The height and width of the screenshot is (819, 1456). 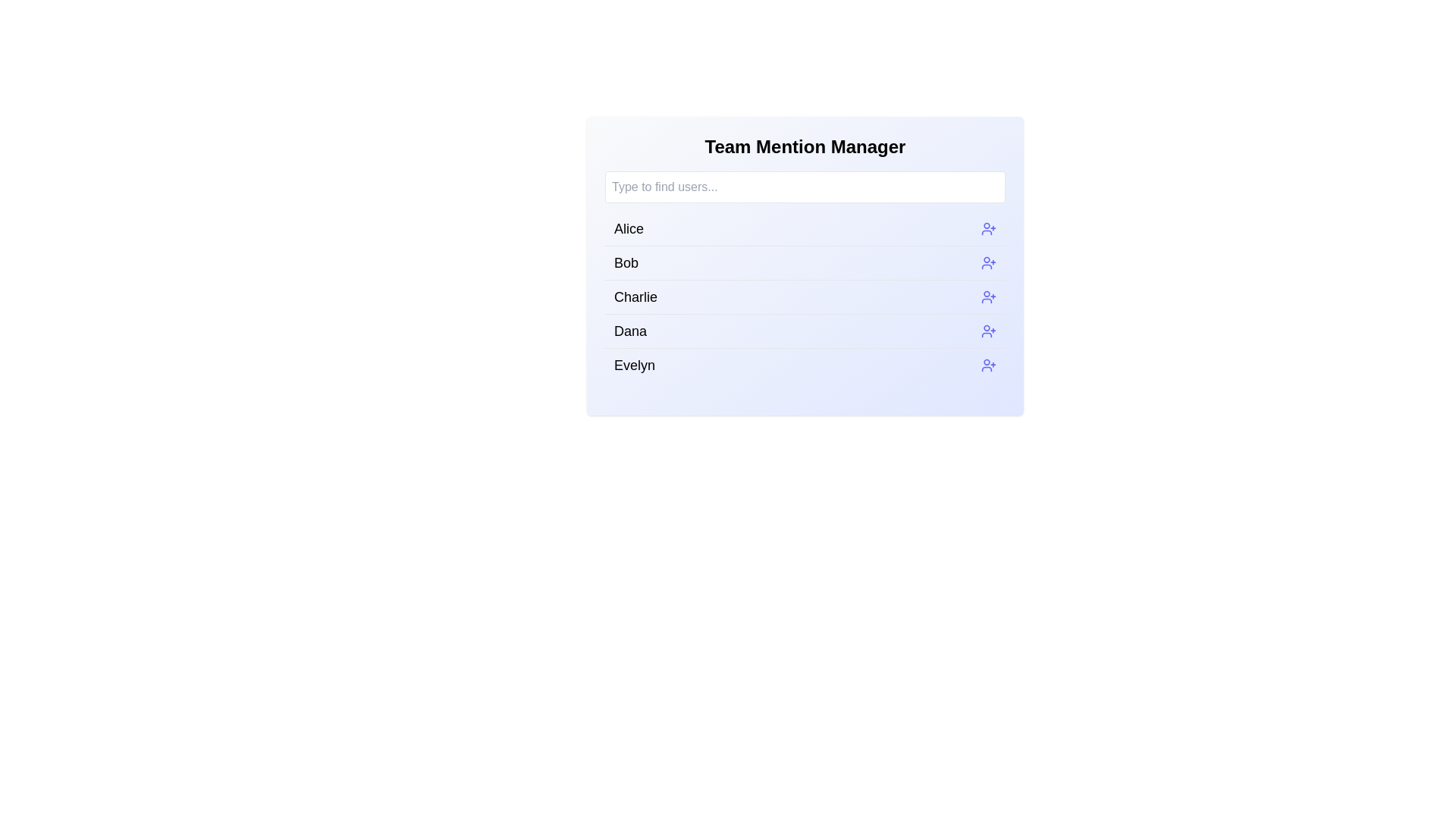 What do you see at coordinates (989, 366) in the screenshot?
I see `the blue icon at the far right of the row labeled 'Evelyn'` at bounding box center [989, 366].